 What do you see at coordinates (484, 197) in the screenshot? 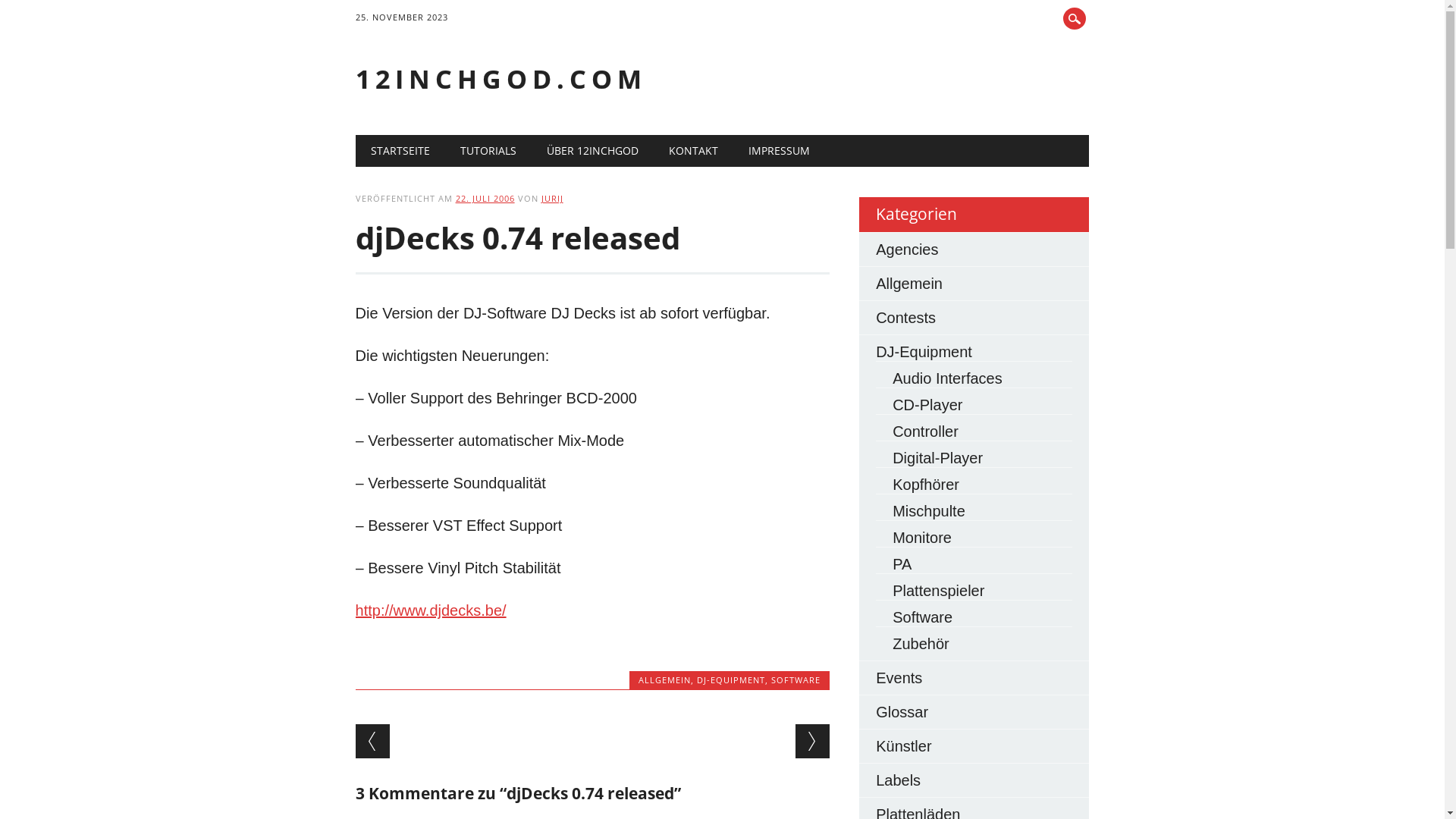
I see `'22. JULI 2006'` at bounding box center [484, 197].